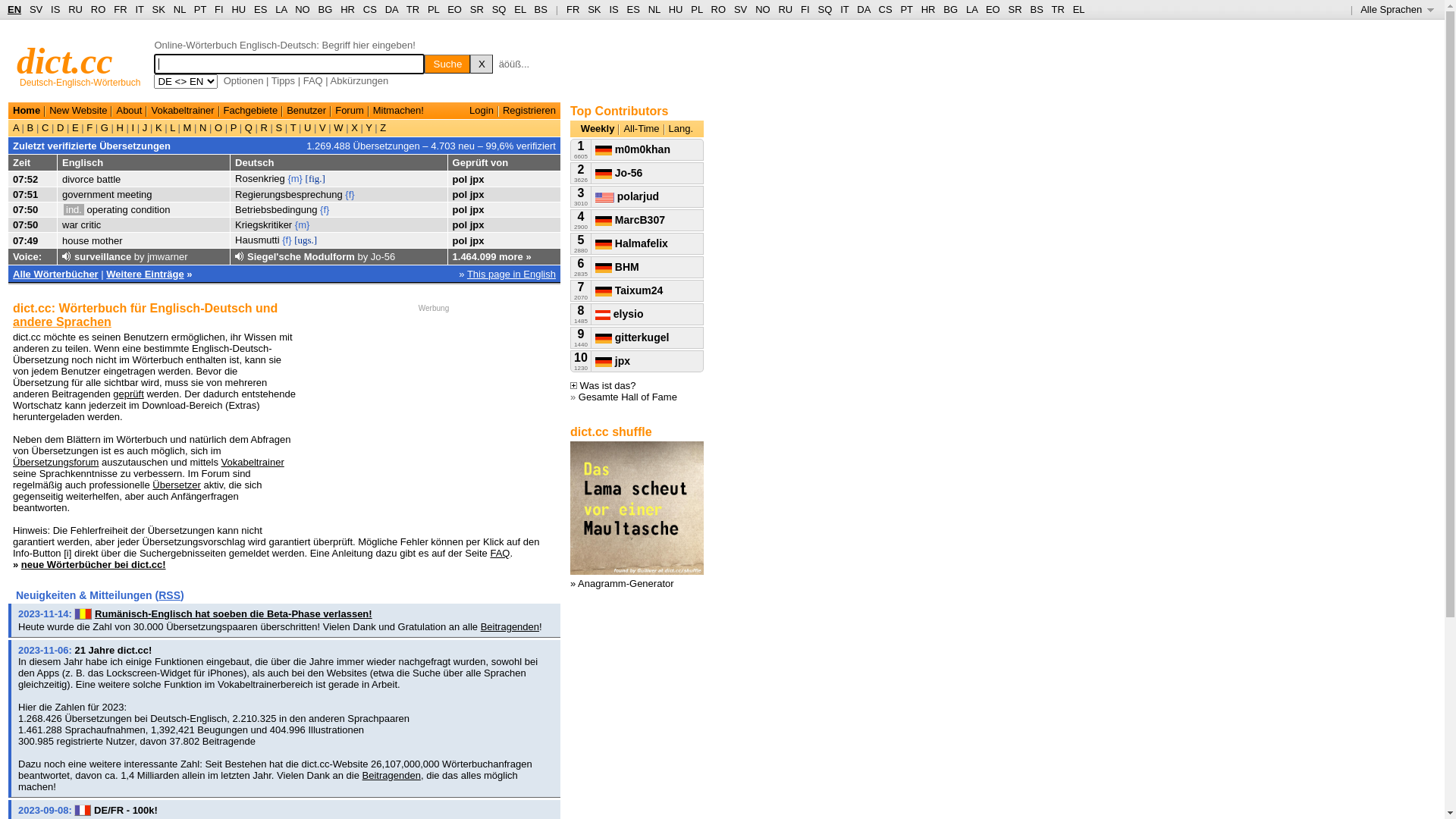  I want to click on 'Beitragenden', so click(391, 775).